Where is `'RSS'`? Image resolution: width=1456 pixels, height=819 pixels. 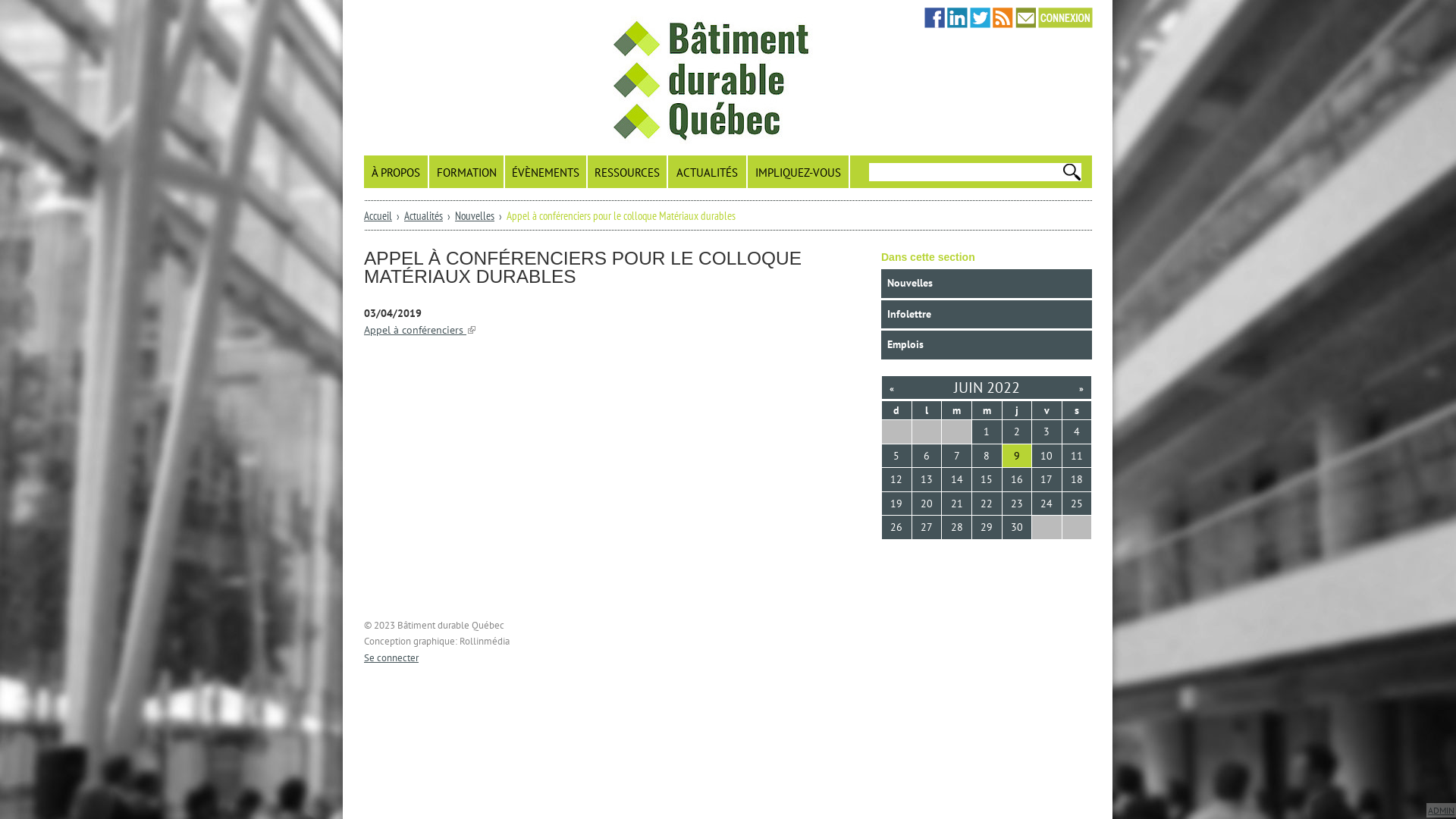 'RSS' is located at coordinates (1003, 17).